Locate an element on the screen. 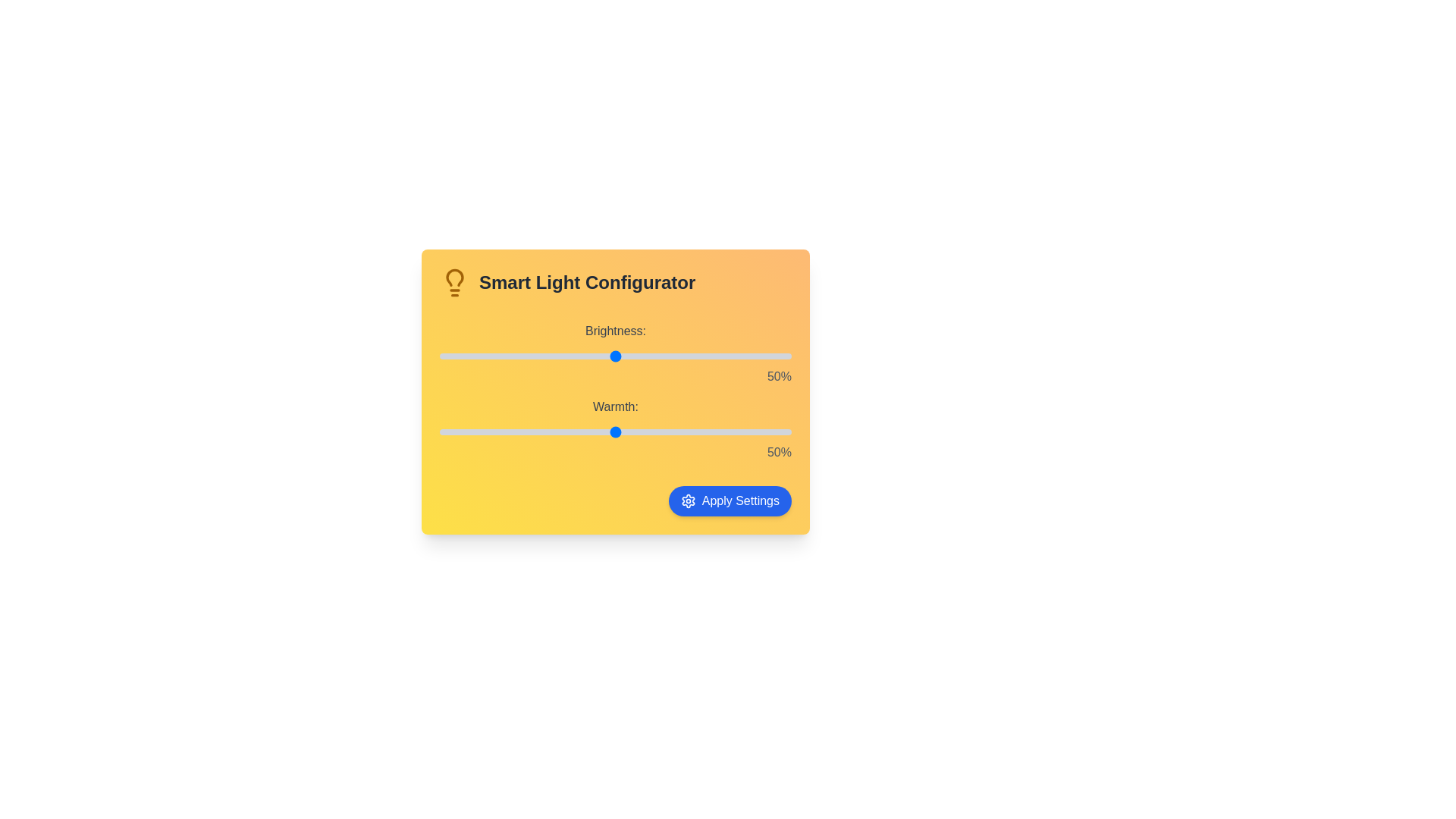 The height and width of the screenshot is (819, 1456). the gear-shaped settings icon located at the bottom-right corner of the interface, inside the 'Apply Settings' button is located at coordinates (687, 500).